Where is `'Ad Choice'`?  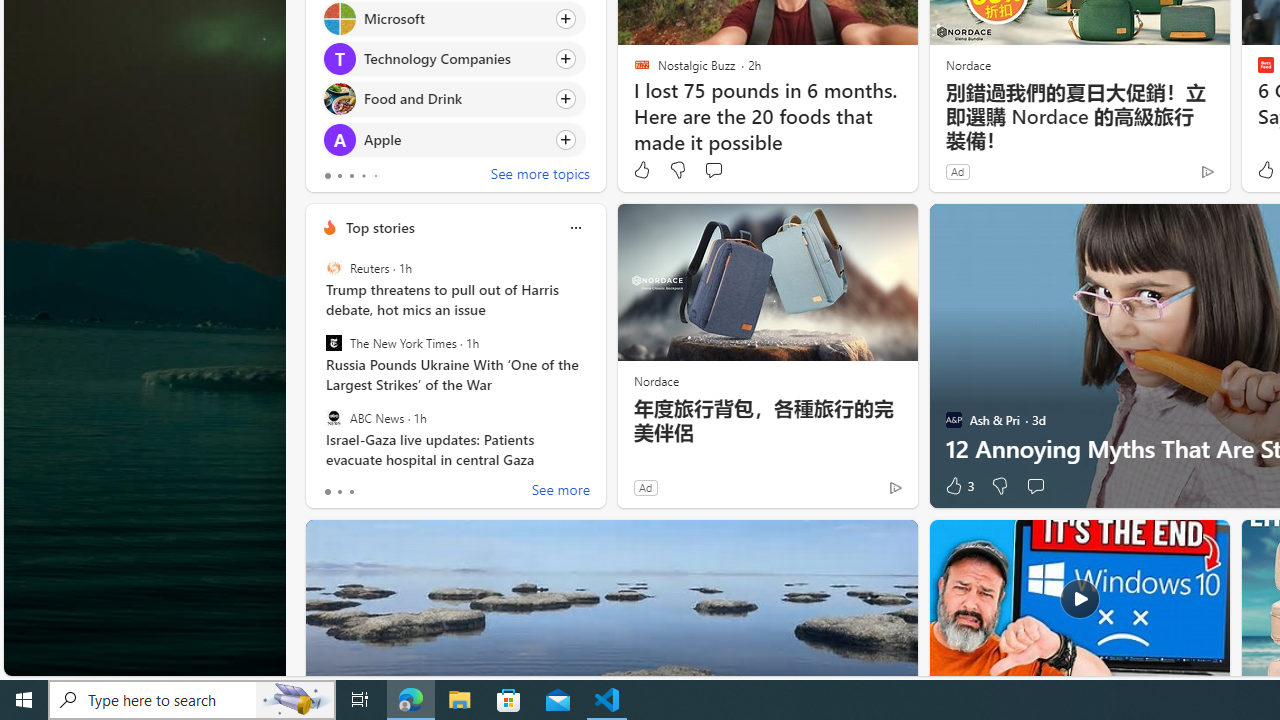 'Ad Choice' is located at coordinates (895, 487).